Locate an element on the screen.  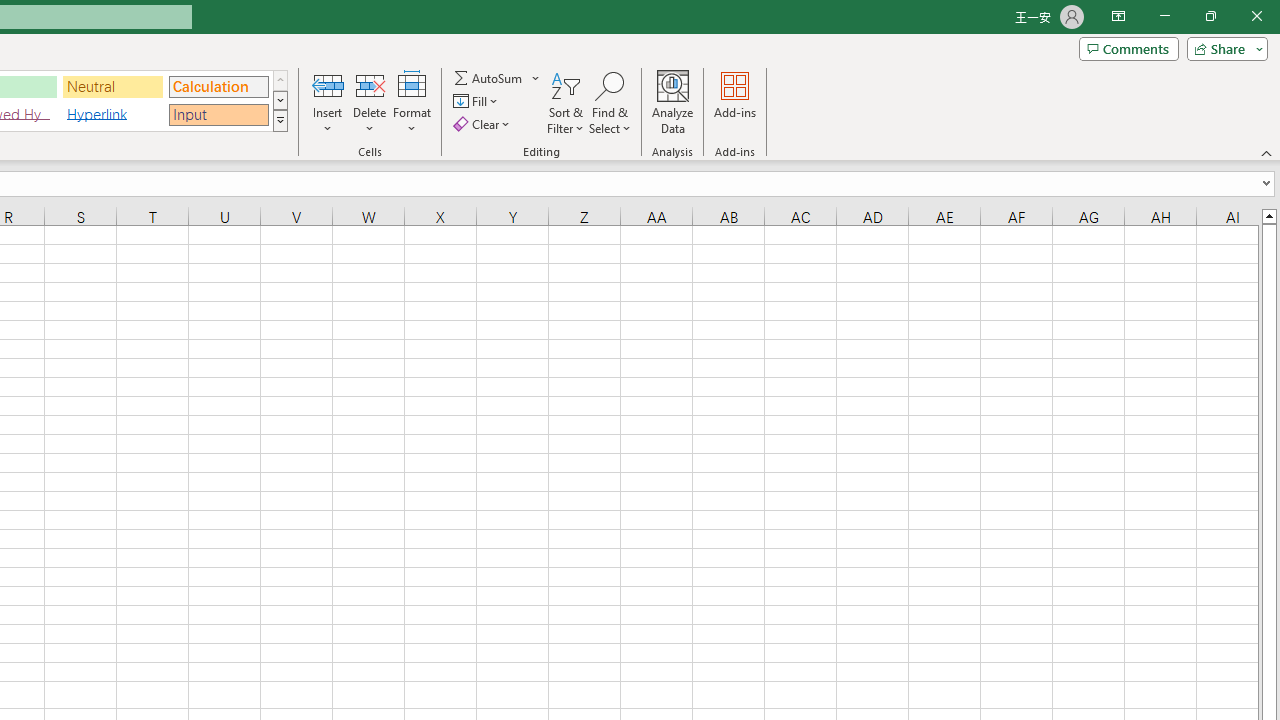
'Row Down' is located at coordinates (279, 100).